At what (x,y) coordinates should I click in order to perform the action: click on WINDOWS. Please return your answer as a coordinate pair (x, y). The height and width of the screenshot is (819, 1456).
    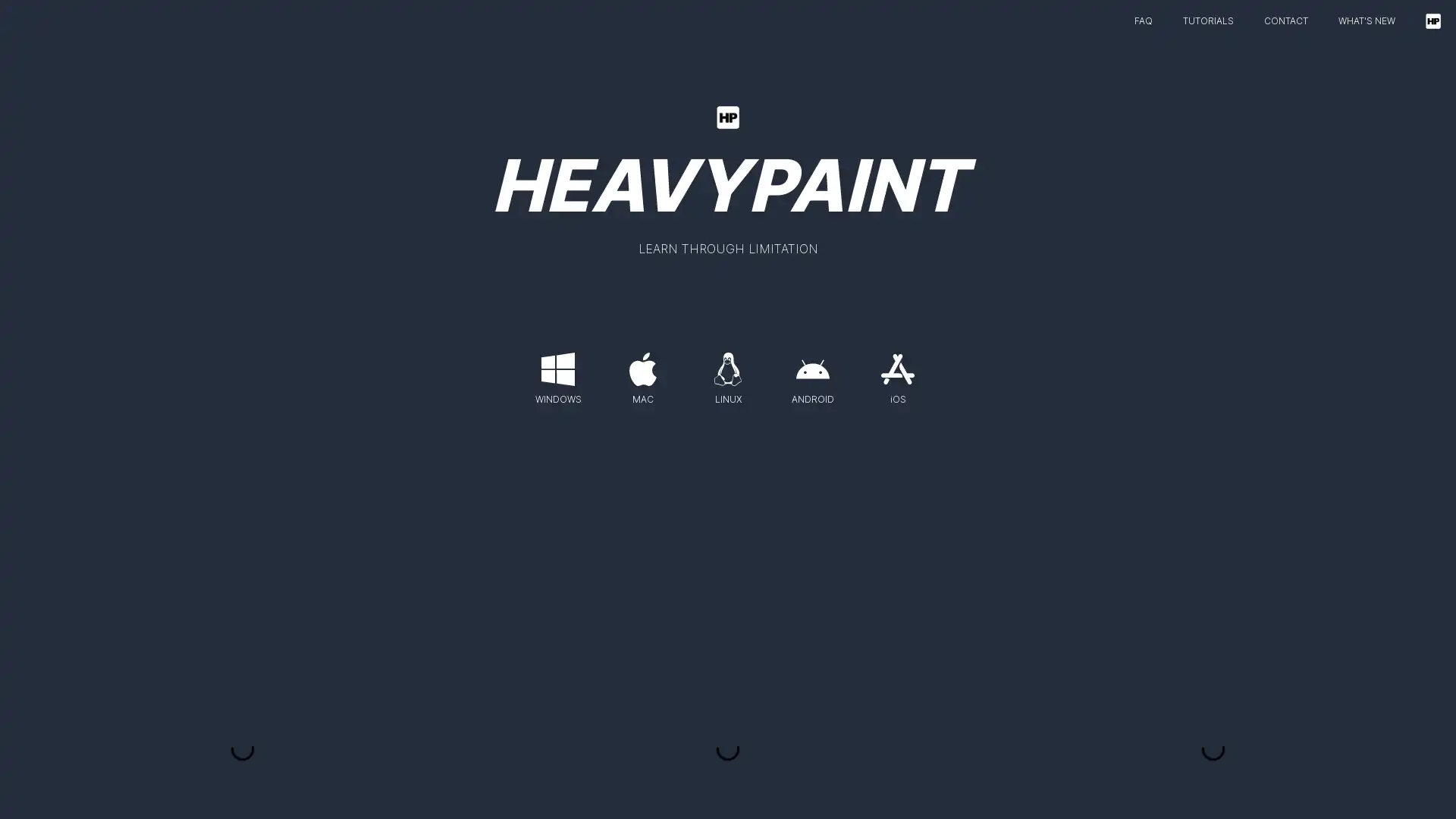
    Looking at the image, I should click on (557, 374).